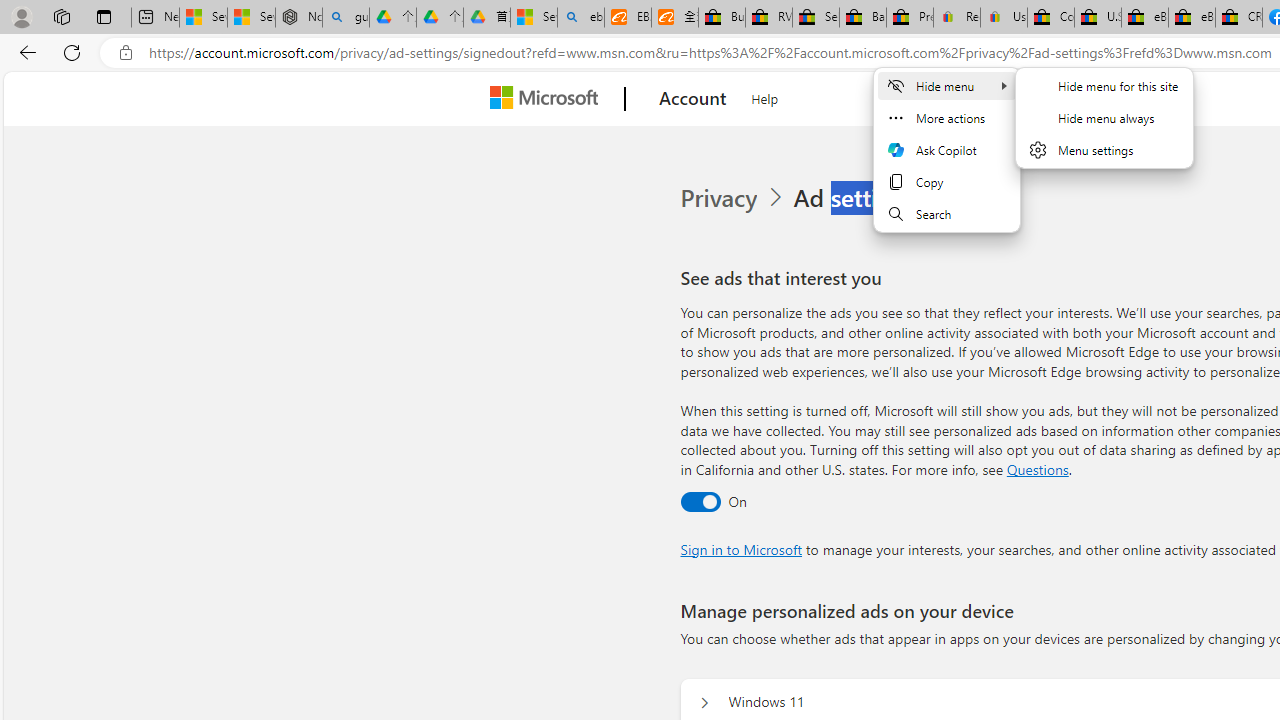  Describe the element at coordinates (740, 549) in the screenshot. I see `'Sign in to Microsoft'` at that location.